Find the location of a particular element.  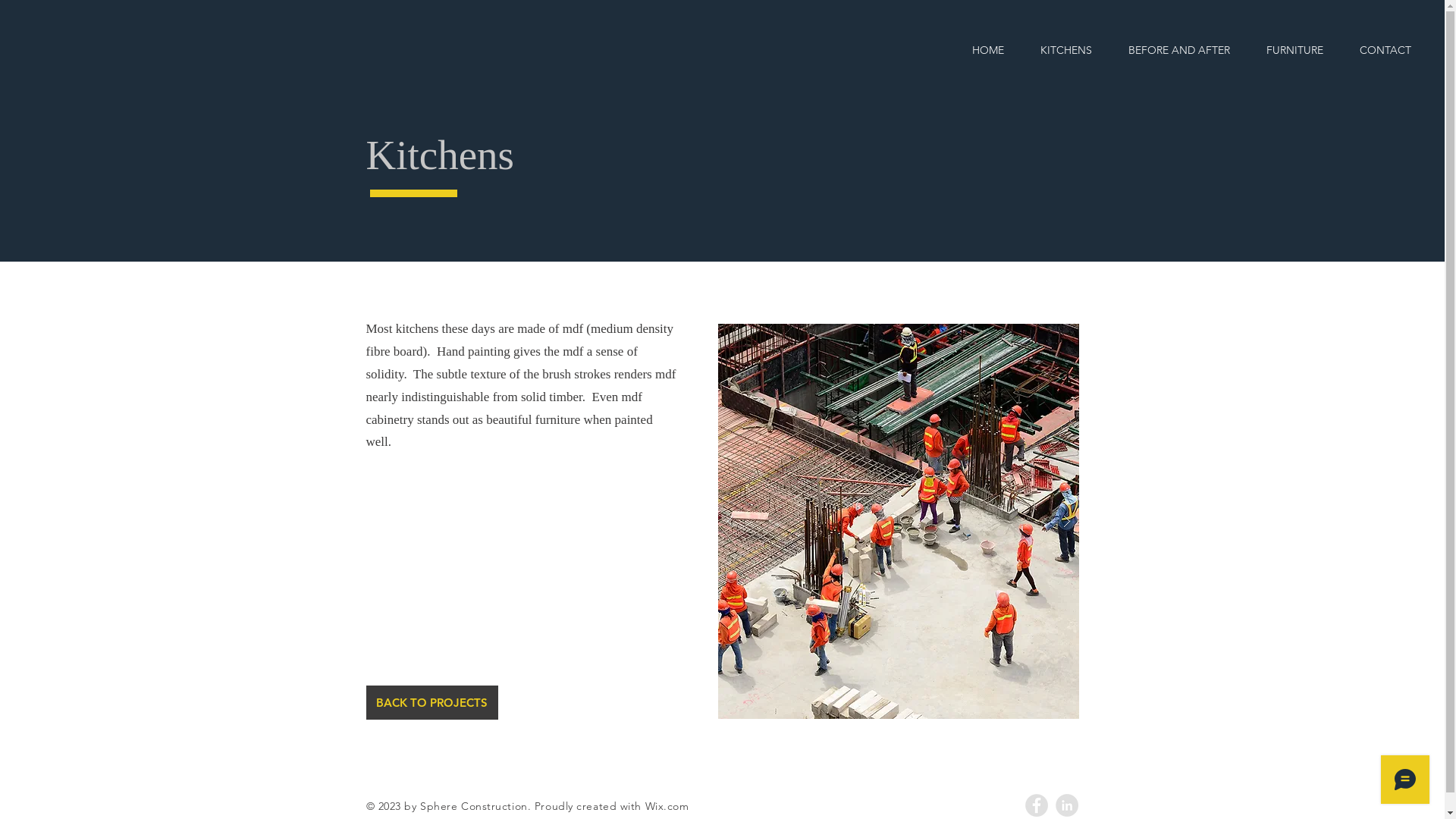

'HOME' is located at coordinates (952, 49).